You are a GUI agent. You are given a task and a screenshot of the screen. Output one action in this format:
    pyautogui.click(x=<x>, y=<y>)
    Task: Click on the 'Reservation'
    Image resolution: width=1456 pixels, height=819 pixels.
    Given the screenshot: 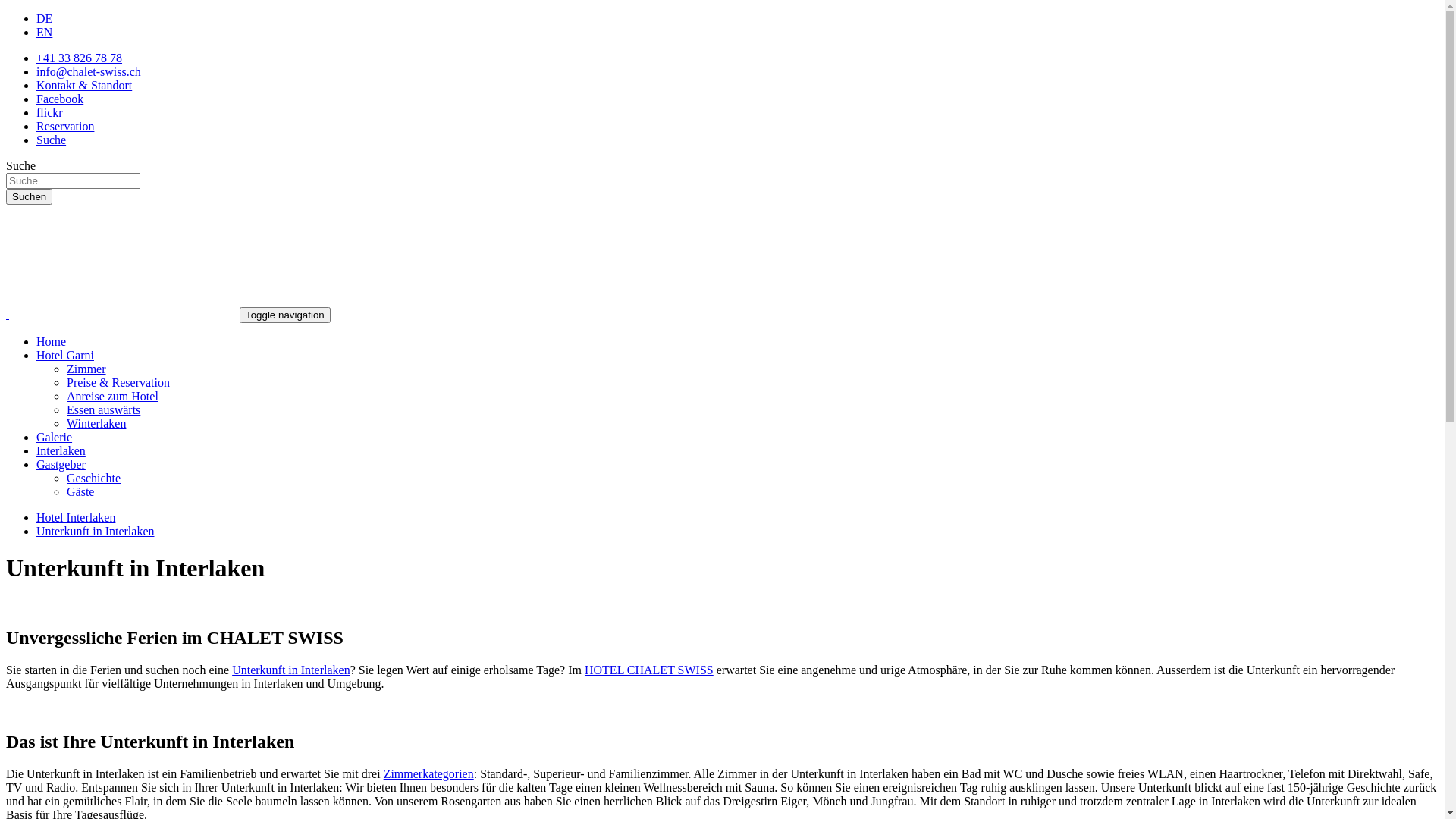 What is the action you would take?
    pyautogui.click(x=64, y=125)
    